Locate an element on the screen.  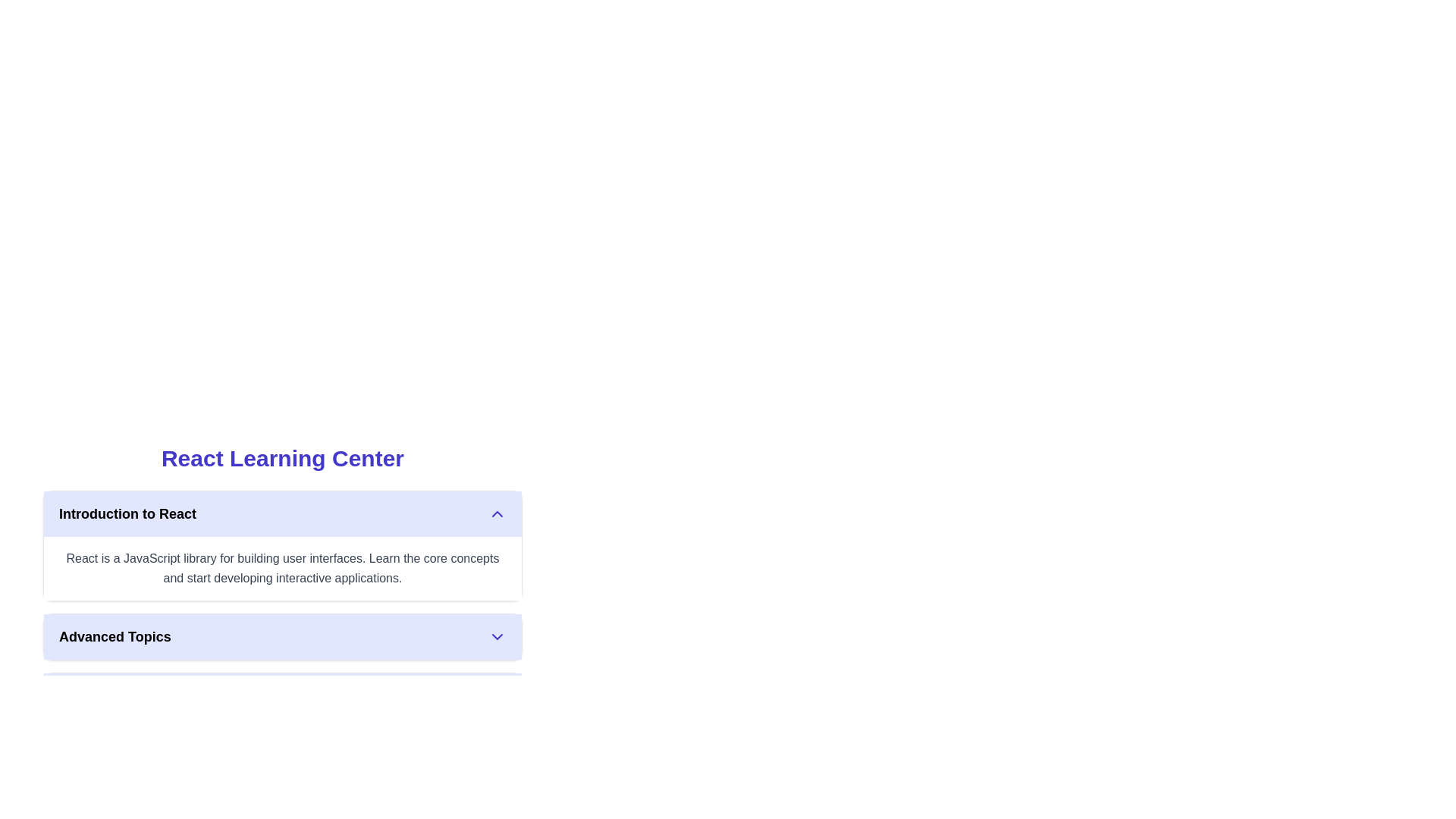
the chevron down icon located at the rightmost part of the 'Advanced Topics' section to trigger tooltip or animation effects is located at coordinates (497, 637).